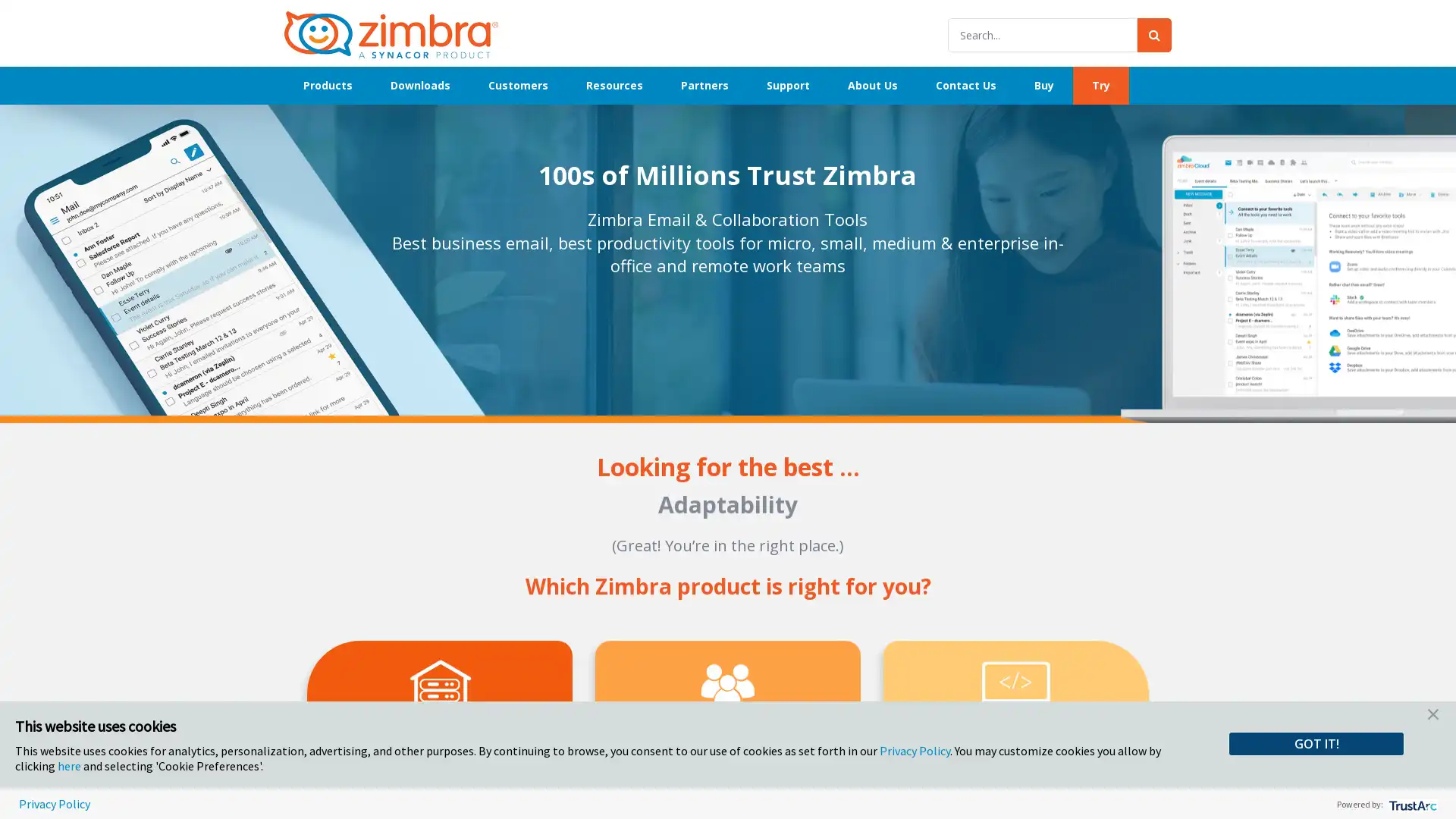 The width and height of the screenshot is (1456, 819). I want to click on Search, so click(1153, 34).